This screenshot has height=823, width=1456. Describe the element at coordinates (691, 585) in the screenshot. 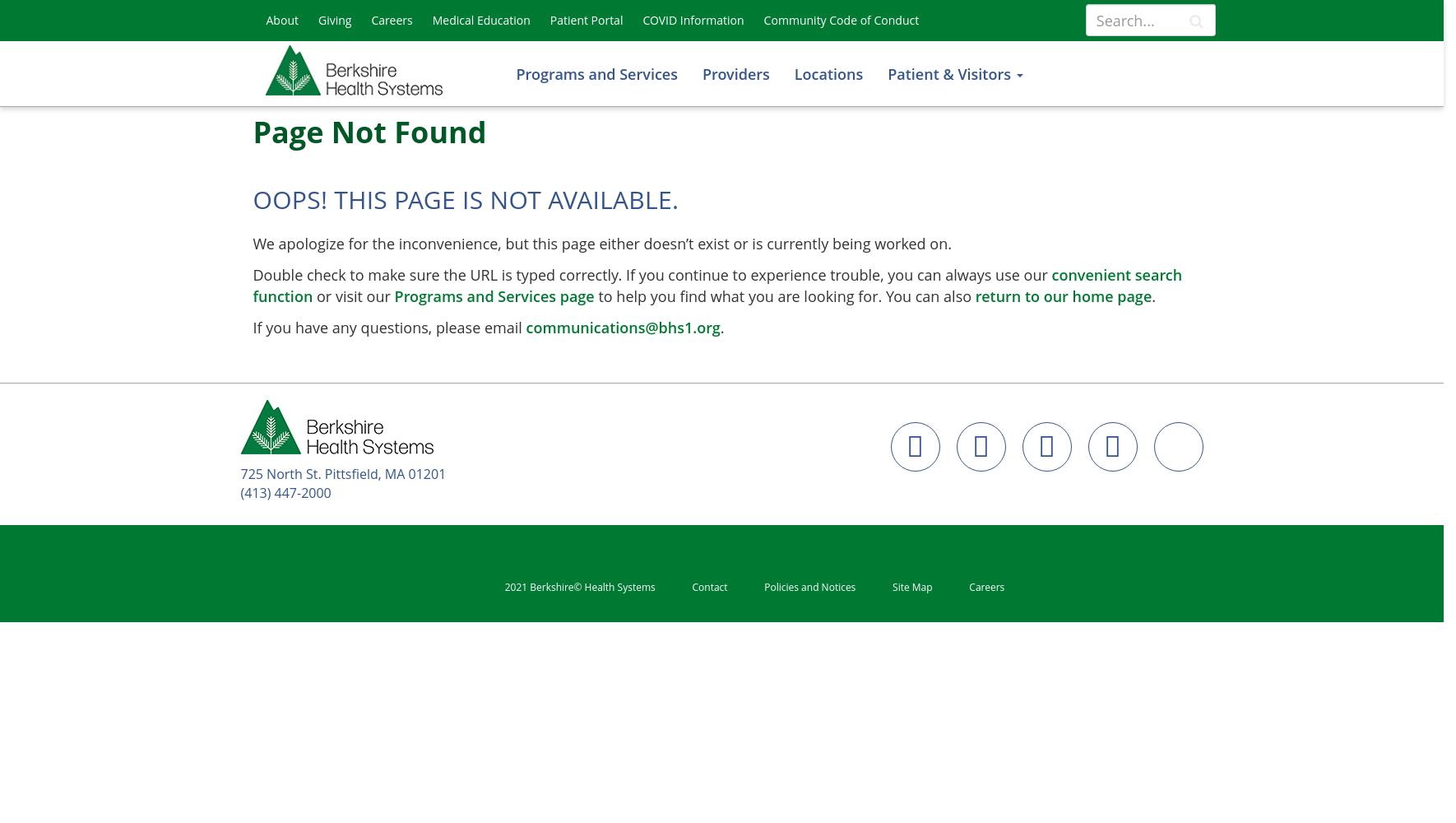

I see `'Contact'` at that location.